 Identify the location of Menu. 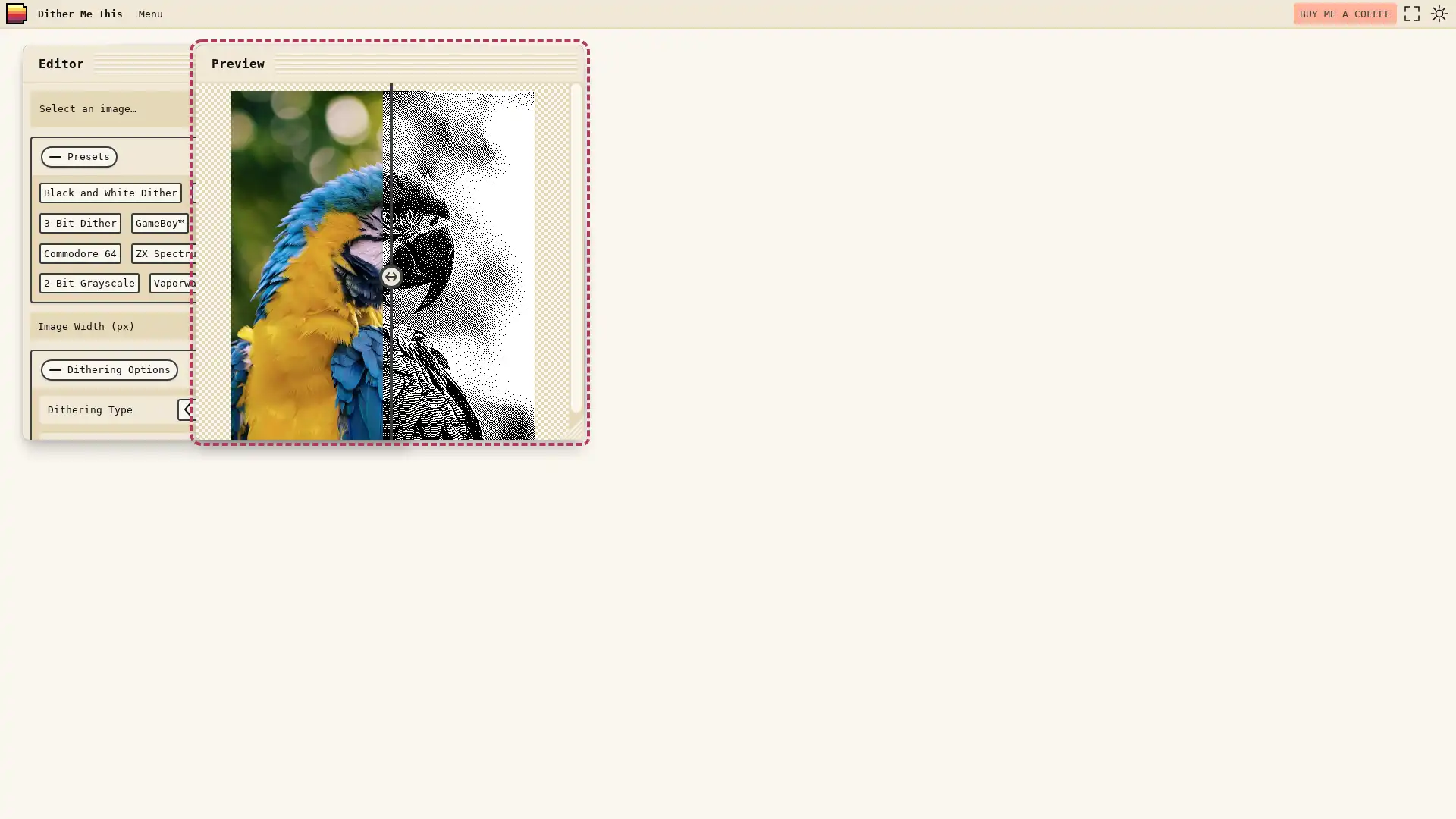
(149, 13).